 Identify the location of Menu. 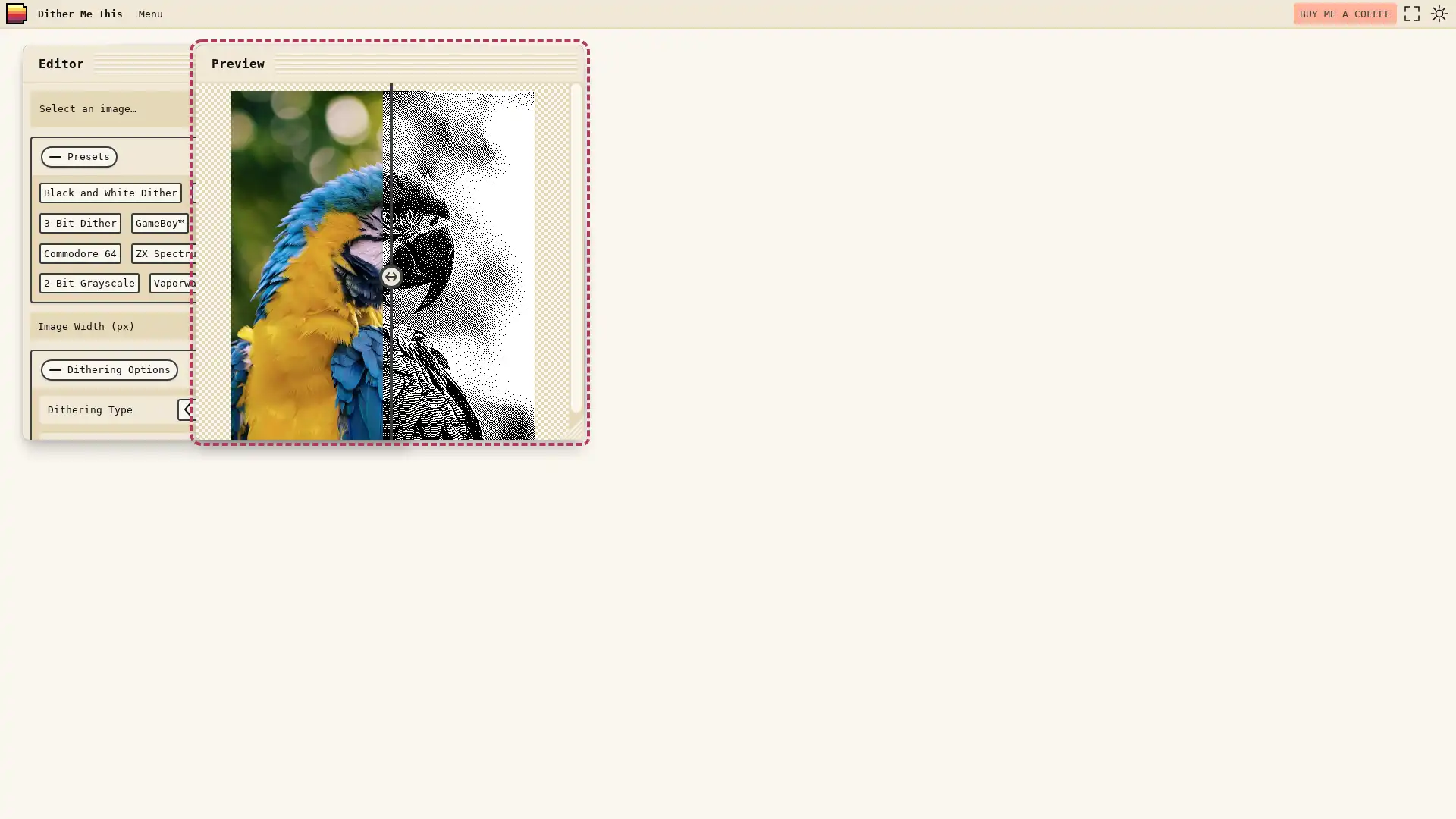
(149, 13).